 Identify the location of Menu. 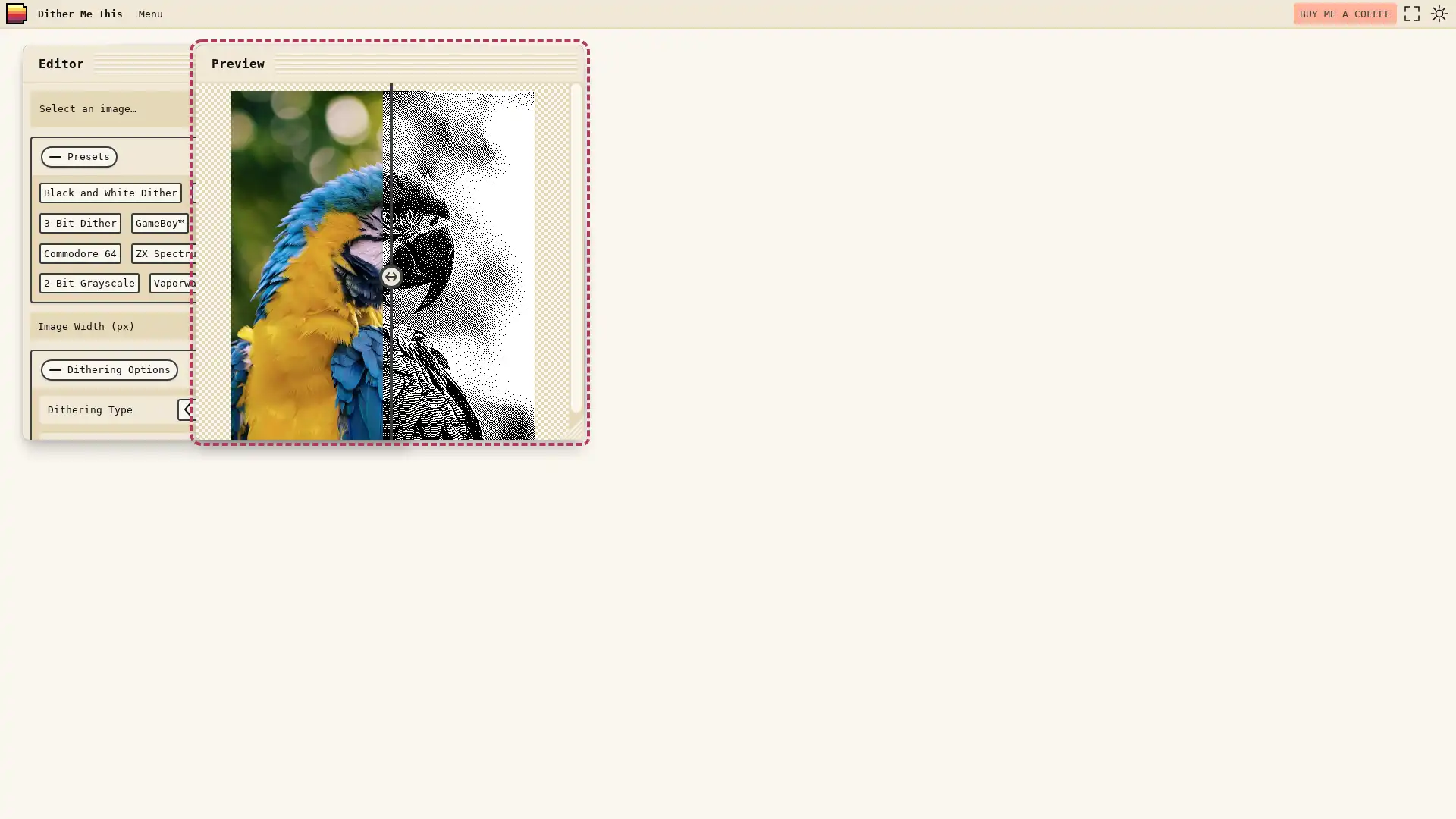
(149, 13).